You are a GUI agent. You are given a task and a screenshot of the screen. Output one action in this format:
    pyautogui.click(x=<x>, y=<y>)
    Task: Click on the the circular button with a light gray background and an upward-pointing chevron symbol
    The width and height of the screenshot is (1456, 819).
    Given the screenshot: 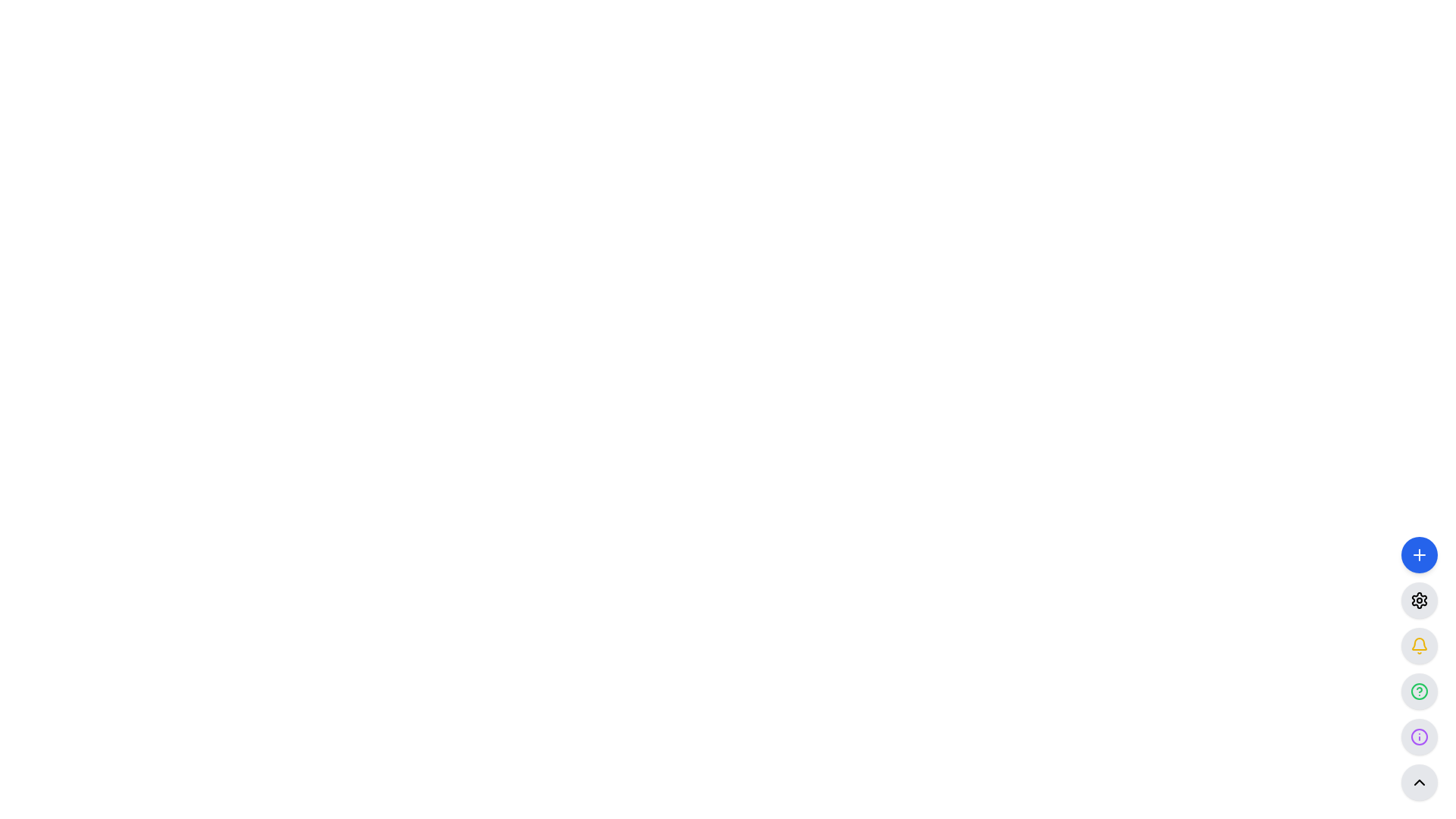 What is the action you would take?
    pyautogui.click(x=1419, y=783)
    